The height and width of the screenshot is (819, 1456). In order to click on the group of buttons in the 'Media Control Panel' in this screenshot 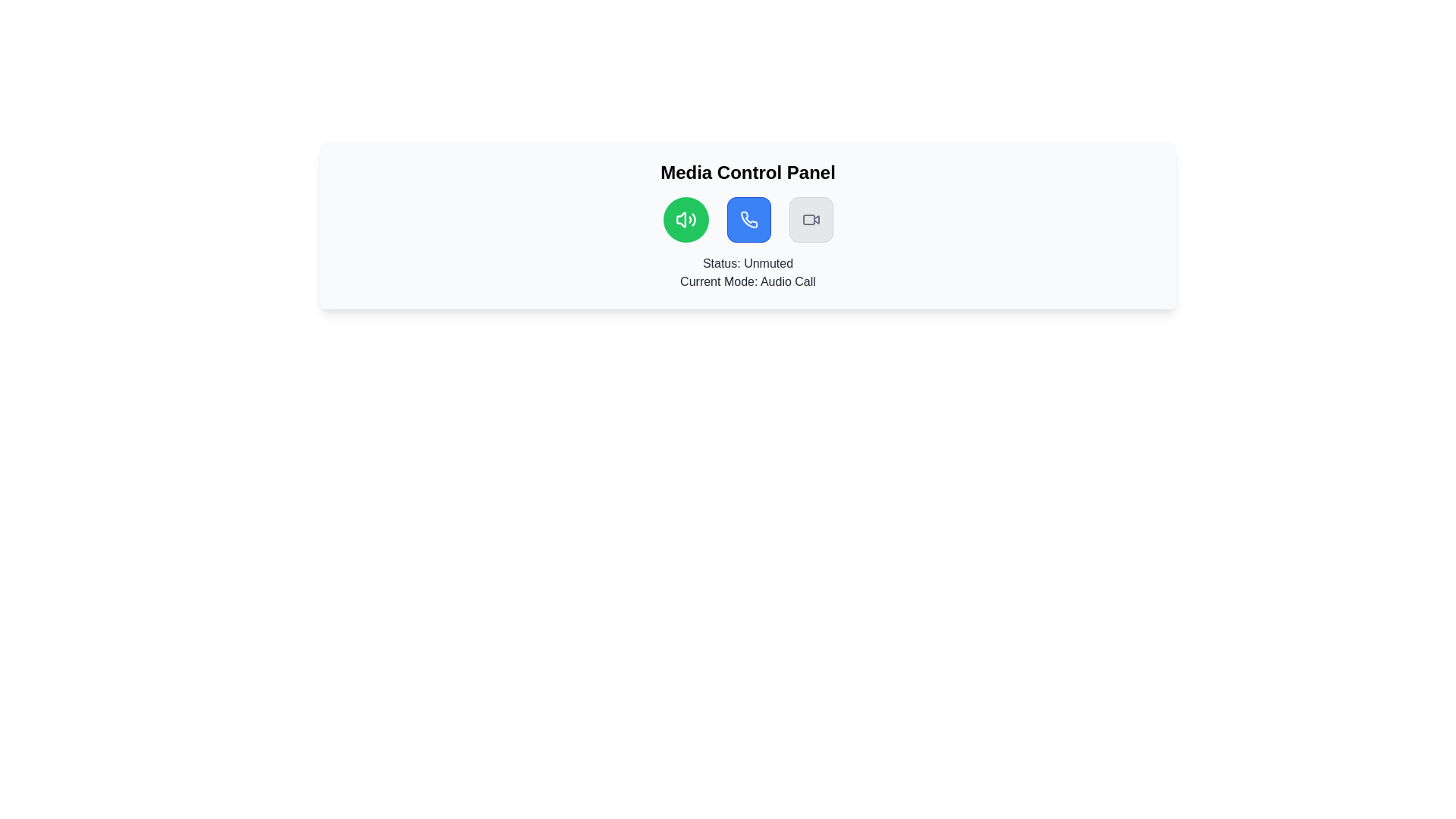, I will do `click(748, 219)`.